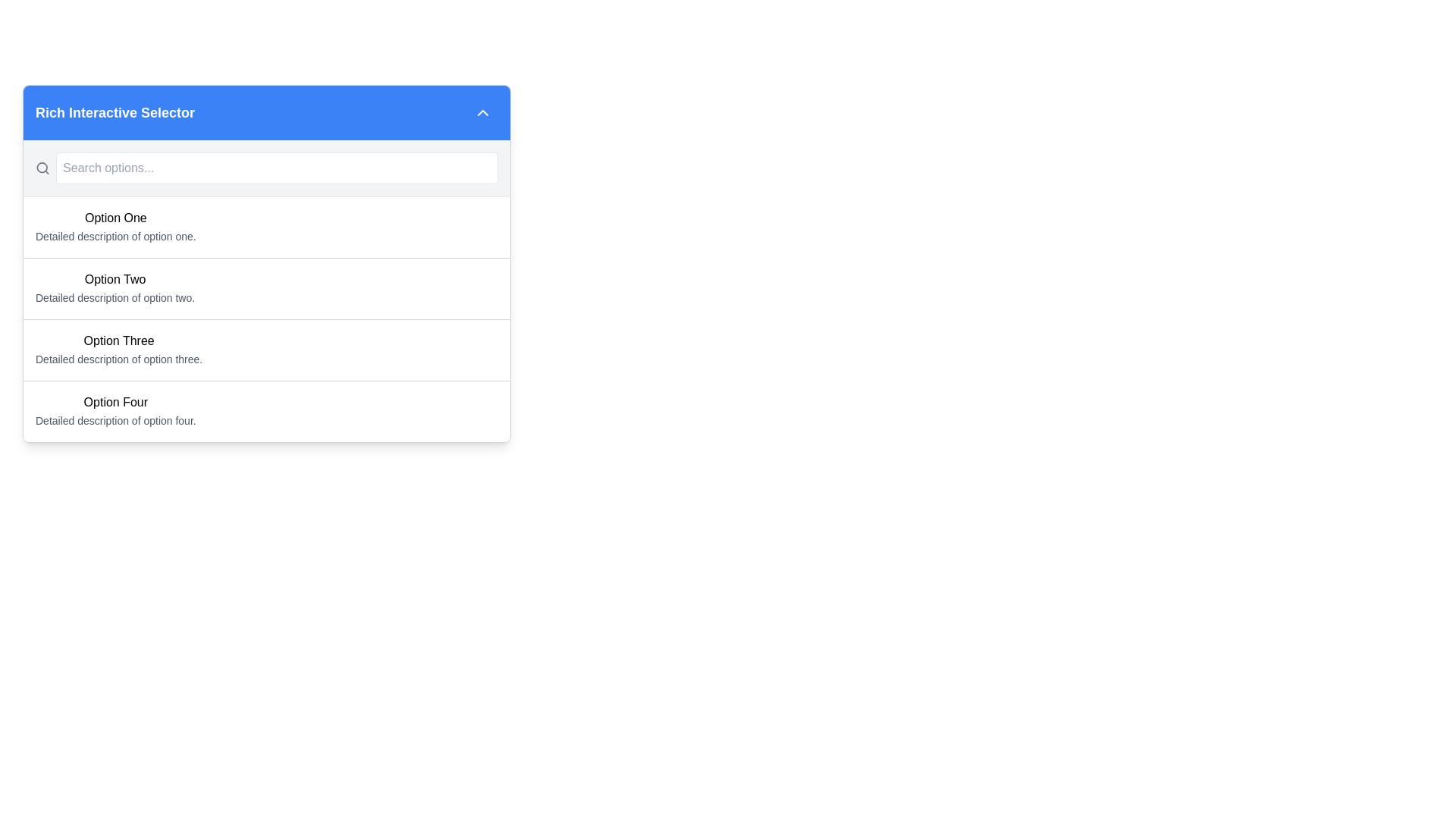  I want to click on the text label element styled as a heading with the text 'Option Three', so click(118, 341).